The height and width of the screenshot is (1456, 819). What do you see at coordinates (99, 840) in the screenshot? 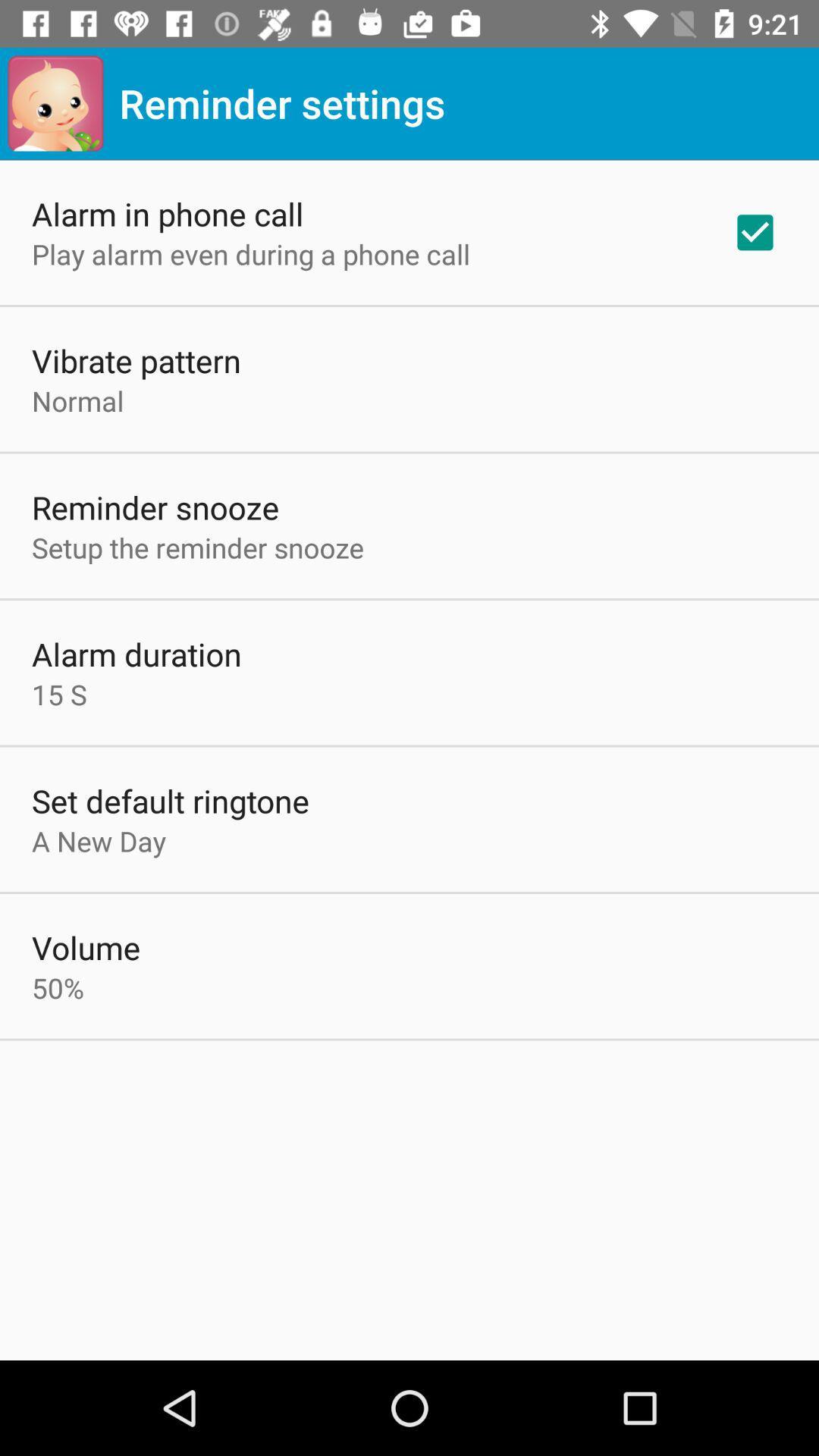
I see `the item above volume item` at bounding box center [99, 840].